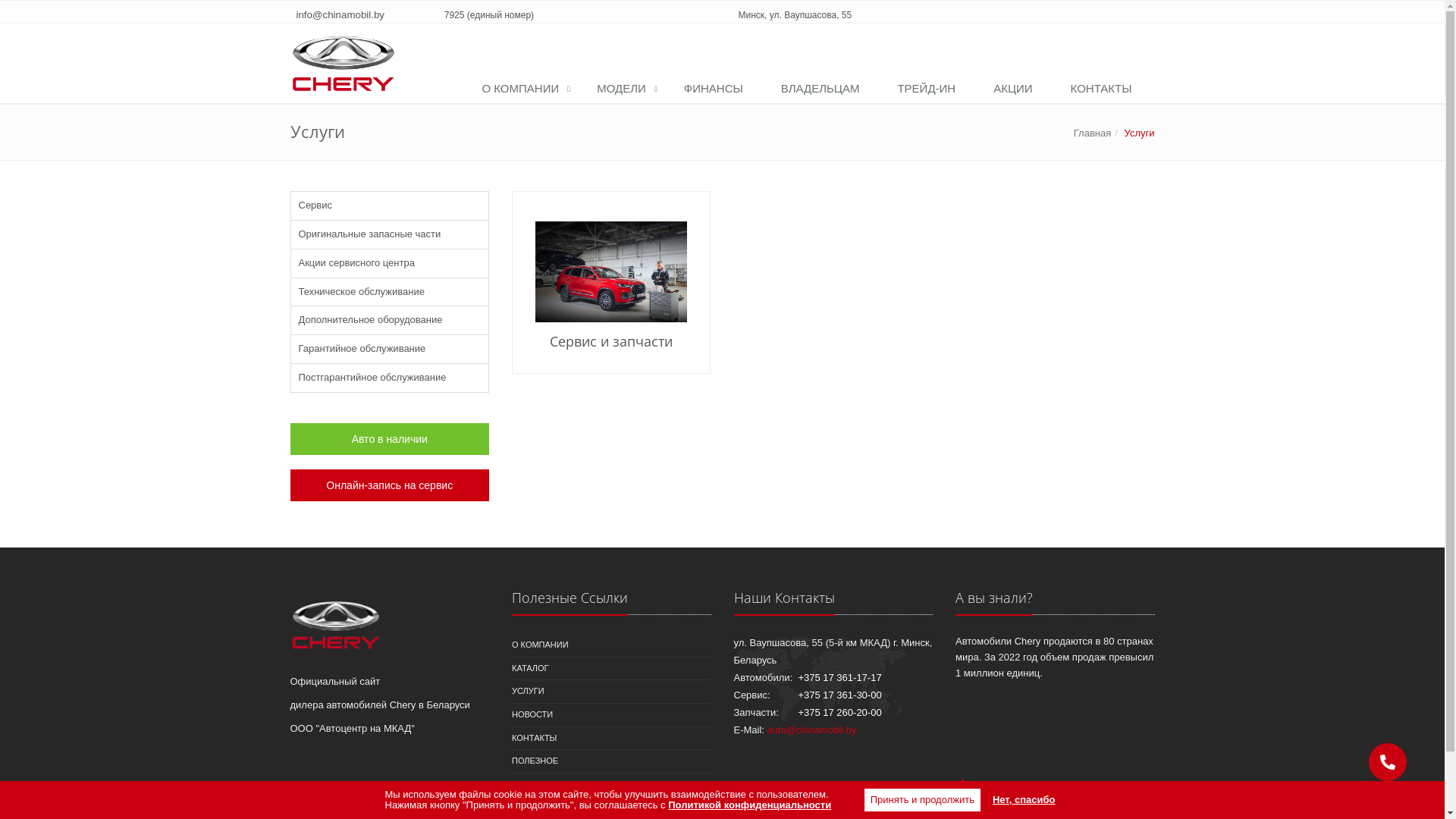 This screenshot has height=819, width=1456. Describe the element at coordinates (839, 695) in the screenshot. I see `'+375 17 361-30-00'` at that location.